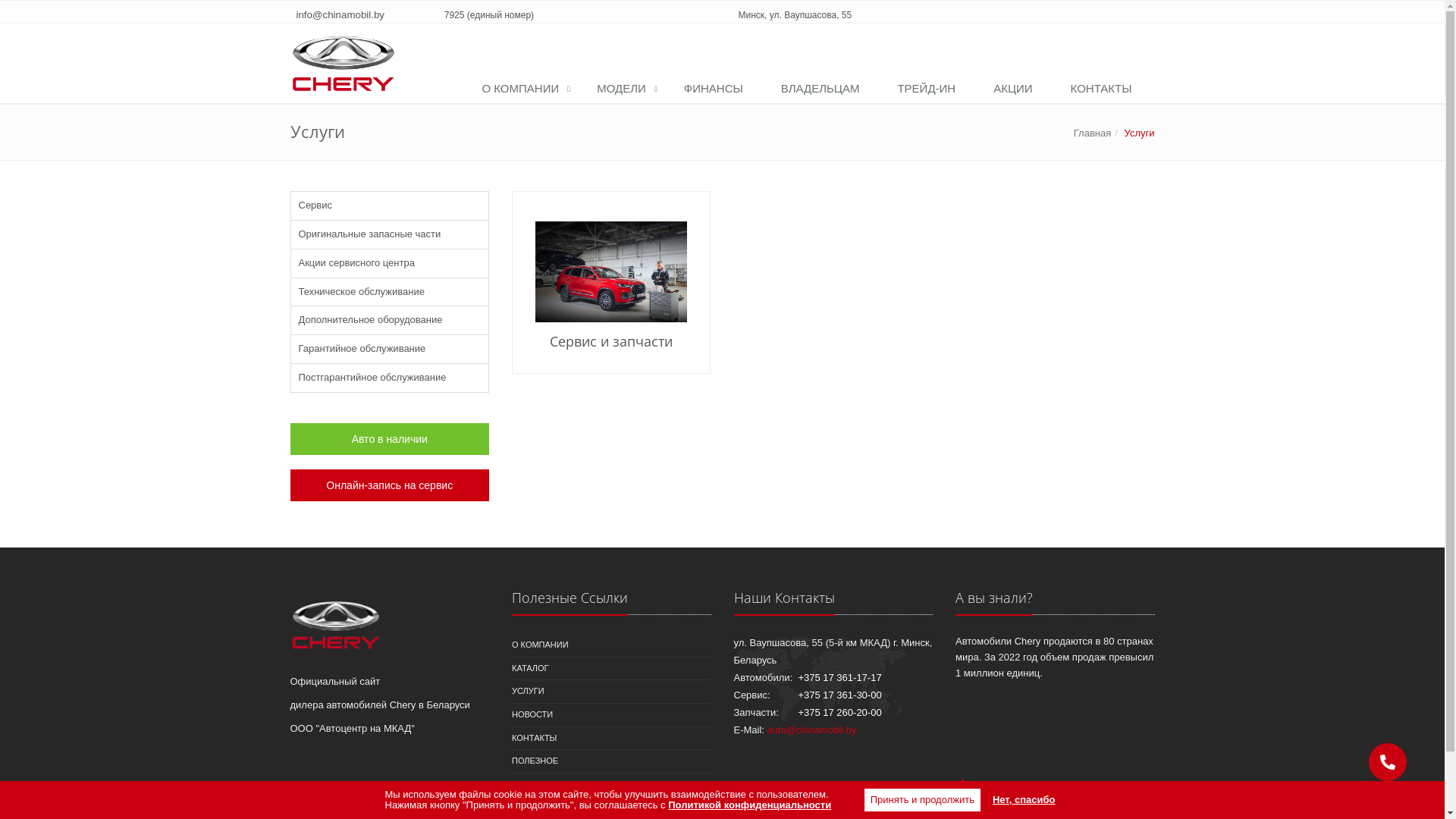 This screenshot has height=819, width=1456. Describe the element at coordinates (839, 695) in the screenshot. I see `'+375 17 361-30-00'` at that location.